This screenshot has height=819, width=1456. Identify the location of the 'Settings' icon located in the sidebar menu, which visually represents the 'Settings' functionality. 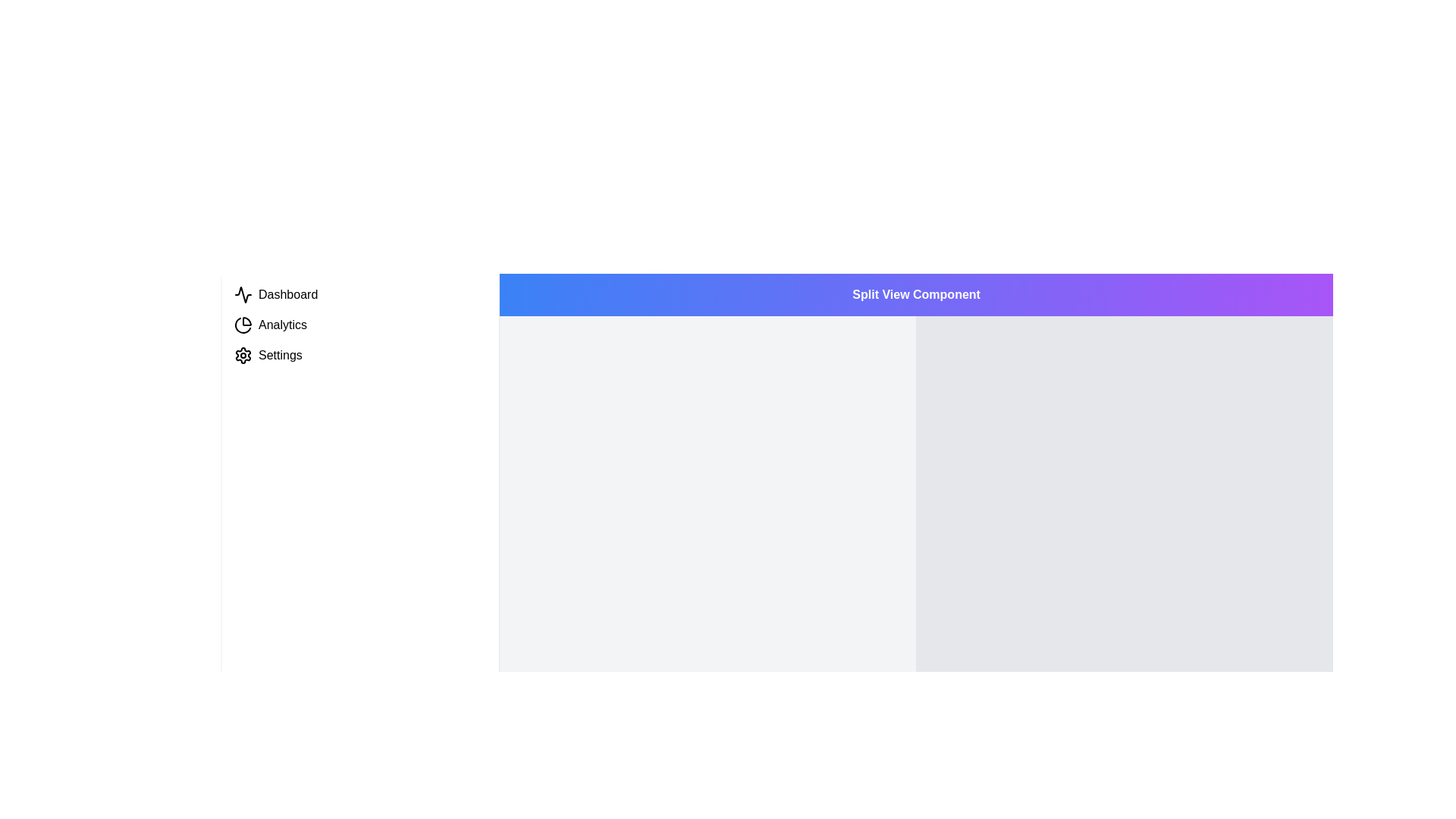
(243, 356).